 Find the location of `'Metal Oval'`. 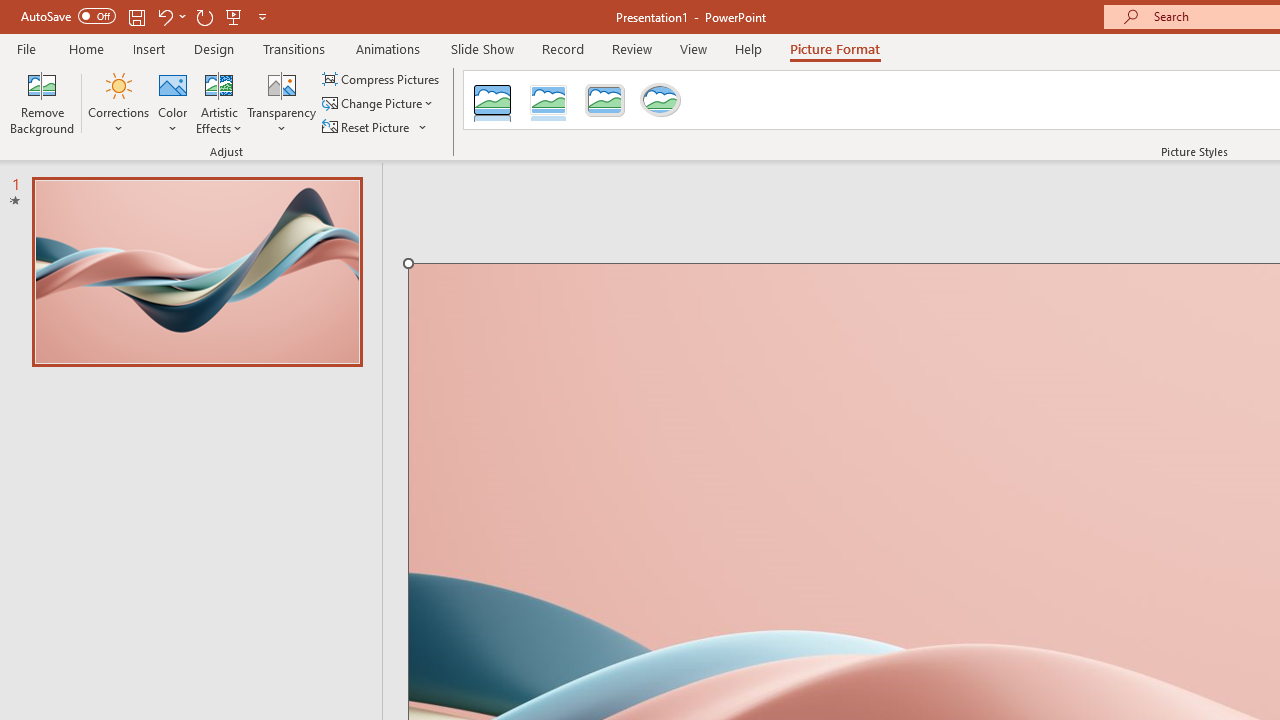

'Metal Oval' is located at coordinates (661, 100).